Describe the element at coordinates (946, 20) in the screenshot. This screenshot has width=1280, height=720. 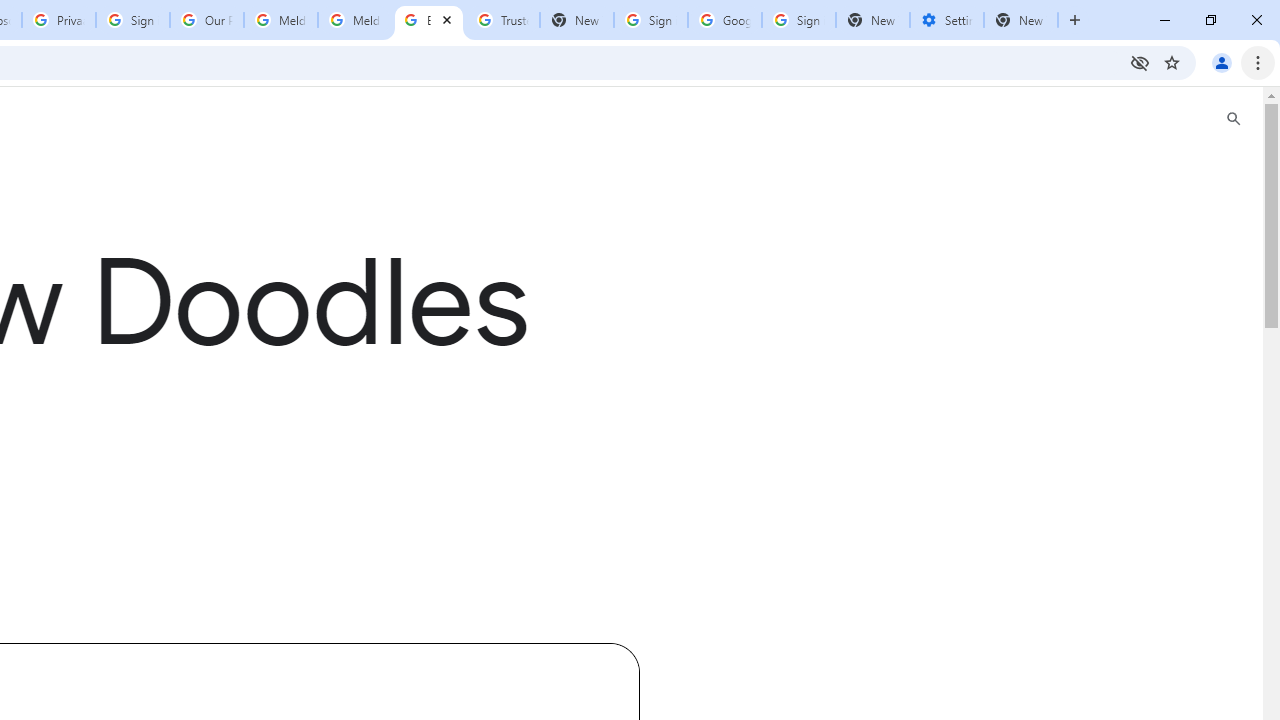
I see `'Settings - Addresses and more'` at that location.